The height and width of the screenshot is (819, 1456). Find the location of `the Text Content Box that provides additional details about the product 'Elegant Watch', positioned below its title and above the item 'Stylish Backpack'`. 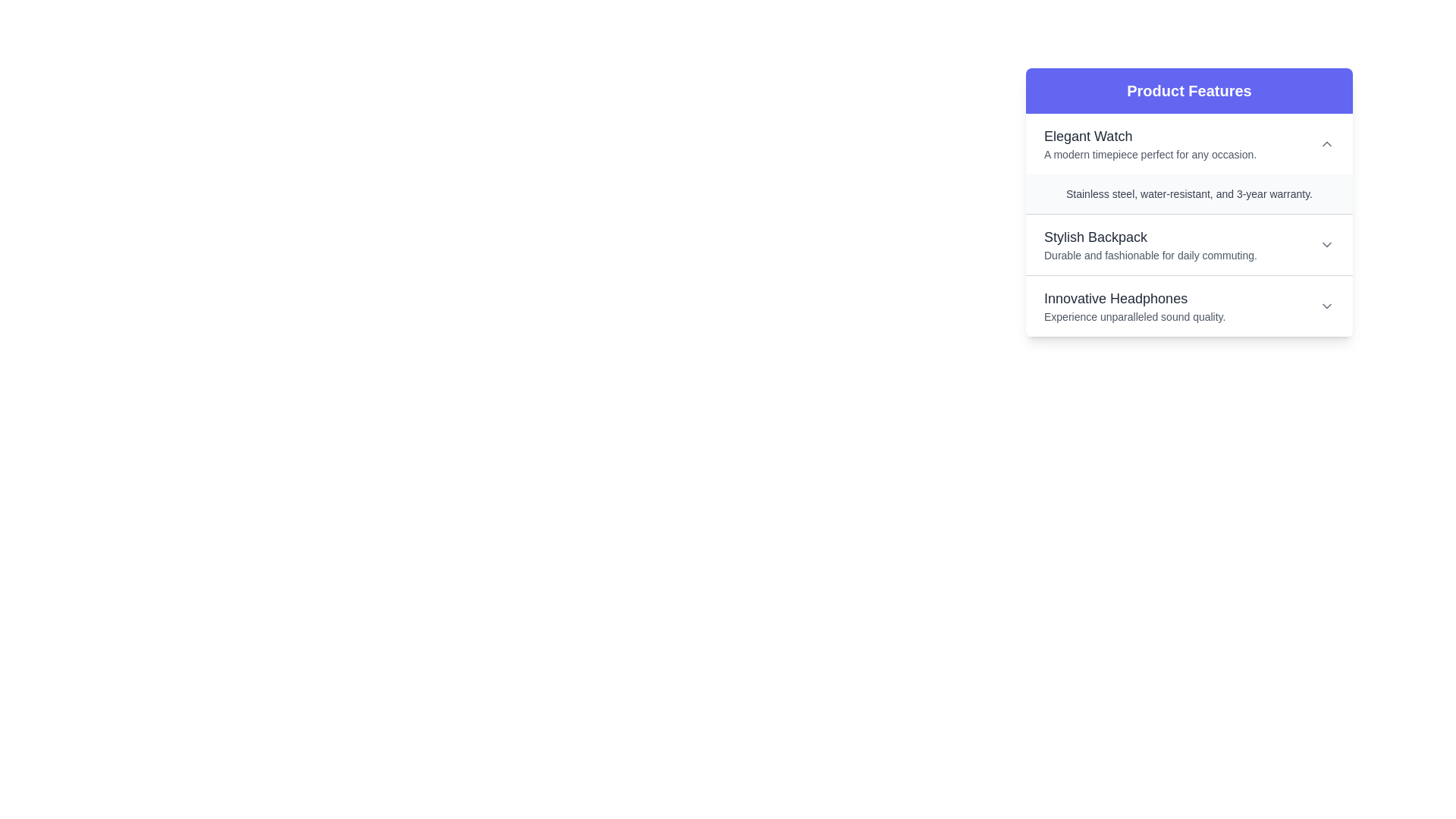

the Text Content Box that provides additional details about the product 'Elegant Watch', positioned below its title and above the item 'Stylish Backpack' is located at coordinates (1188, 202).